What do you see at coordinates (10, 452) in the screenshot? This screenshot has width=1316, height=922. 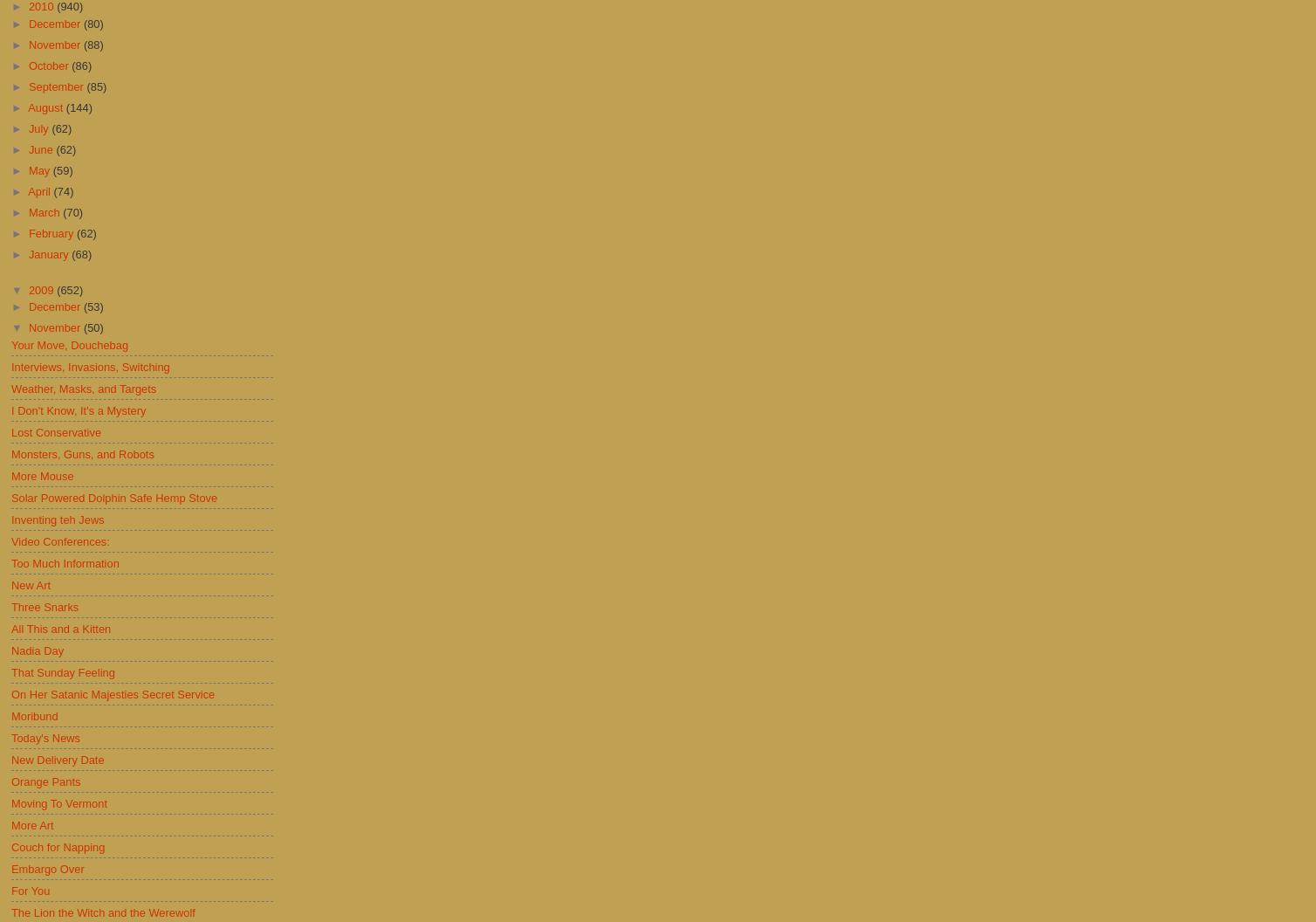 I see `'Monsters, Guns, and Robots'` at bounding box center [10, 452].